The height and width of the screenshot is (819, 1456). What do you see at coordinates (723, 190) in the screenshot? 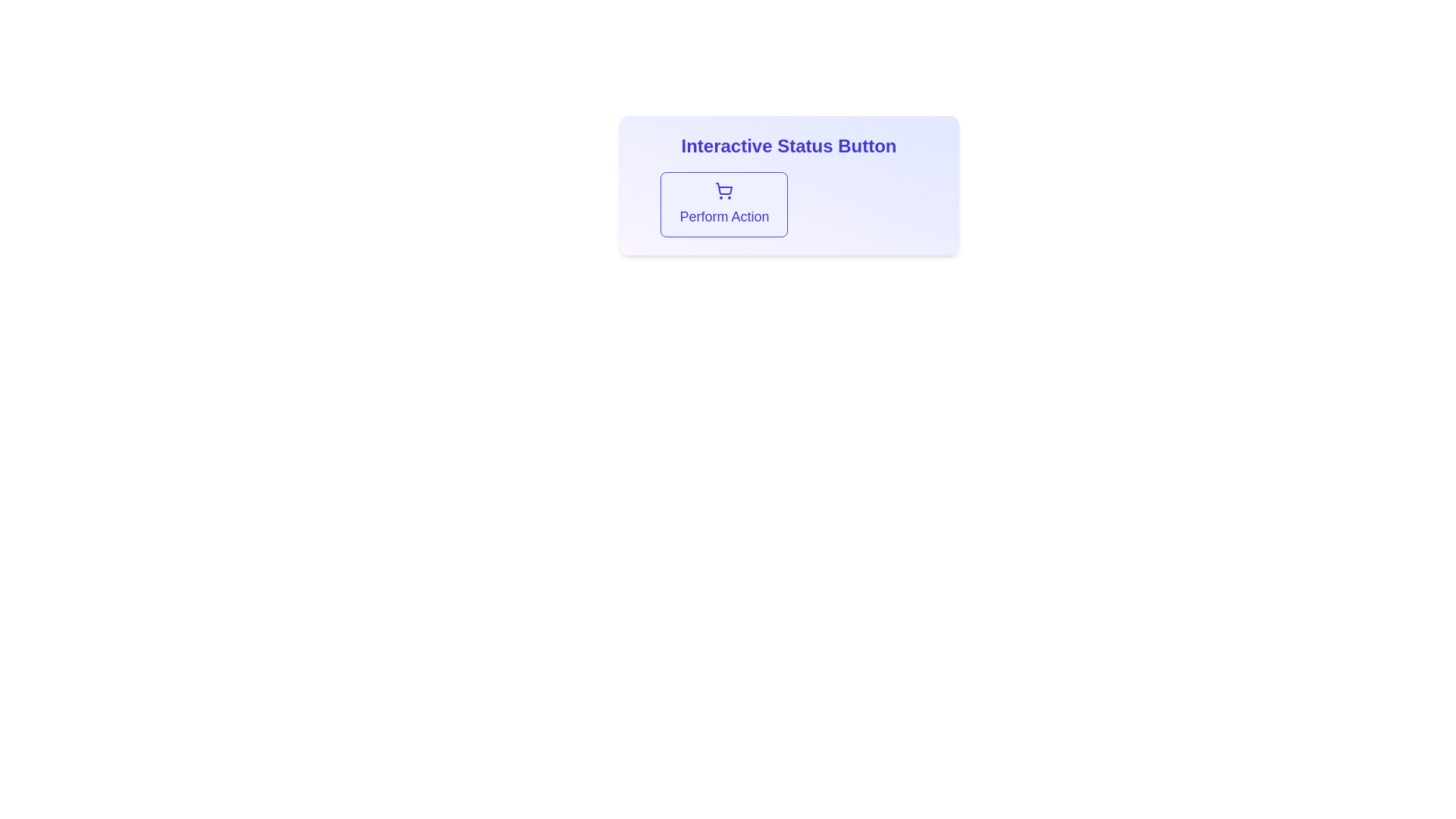
I see `the shopping cart icon located at the center of the 'Perform Action' button within the 'Interactive Status Button' card` at bounding box center [723, 190].